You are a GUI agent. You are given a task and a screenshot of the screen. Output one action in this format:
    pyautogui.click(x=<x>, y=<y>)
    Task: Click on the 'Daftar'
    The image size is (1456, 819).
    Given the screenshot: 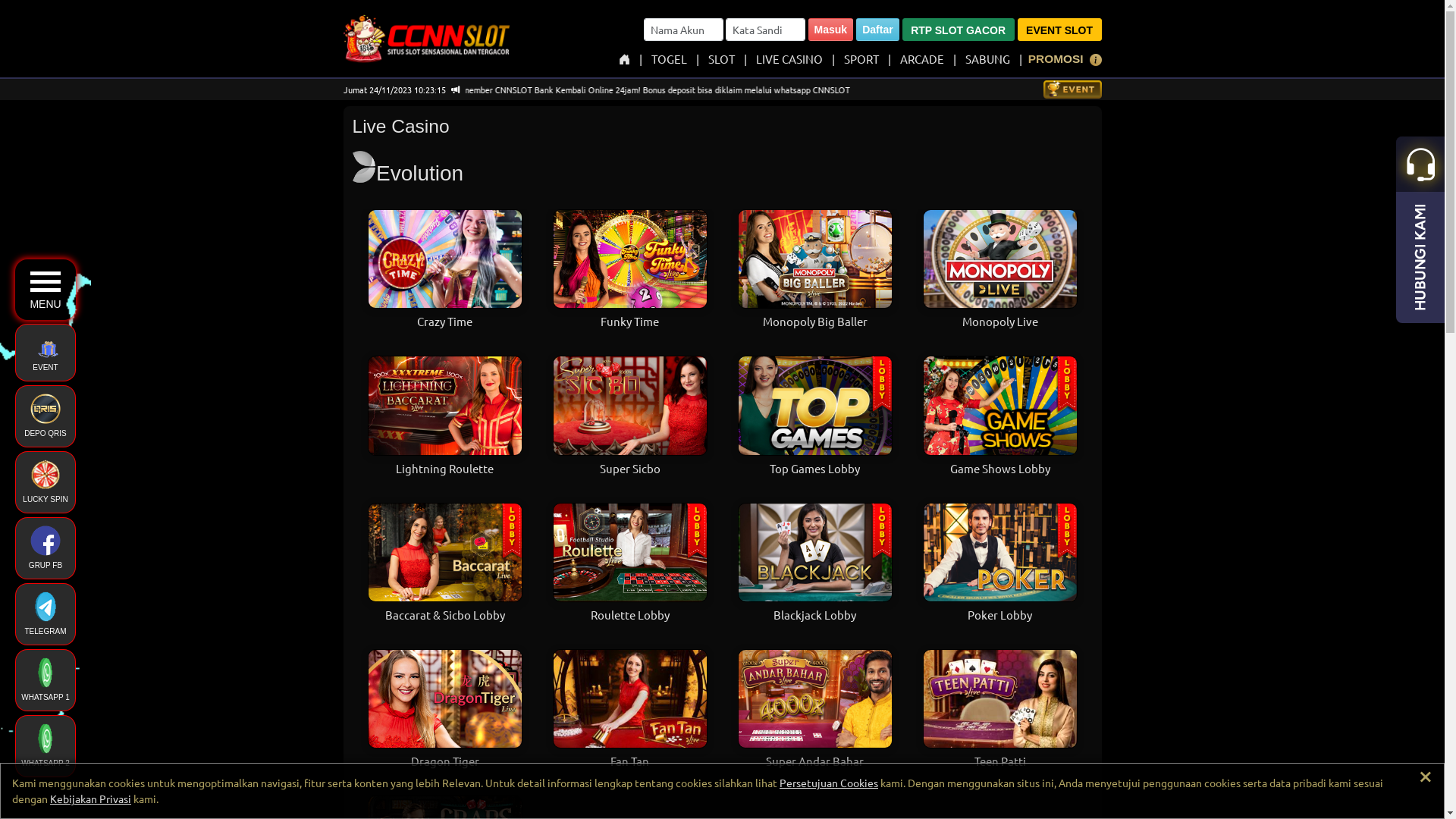 What is the action you would take?
    pyautogui.click(x=877, y=29)
    